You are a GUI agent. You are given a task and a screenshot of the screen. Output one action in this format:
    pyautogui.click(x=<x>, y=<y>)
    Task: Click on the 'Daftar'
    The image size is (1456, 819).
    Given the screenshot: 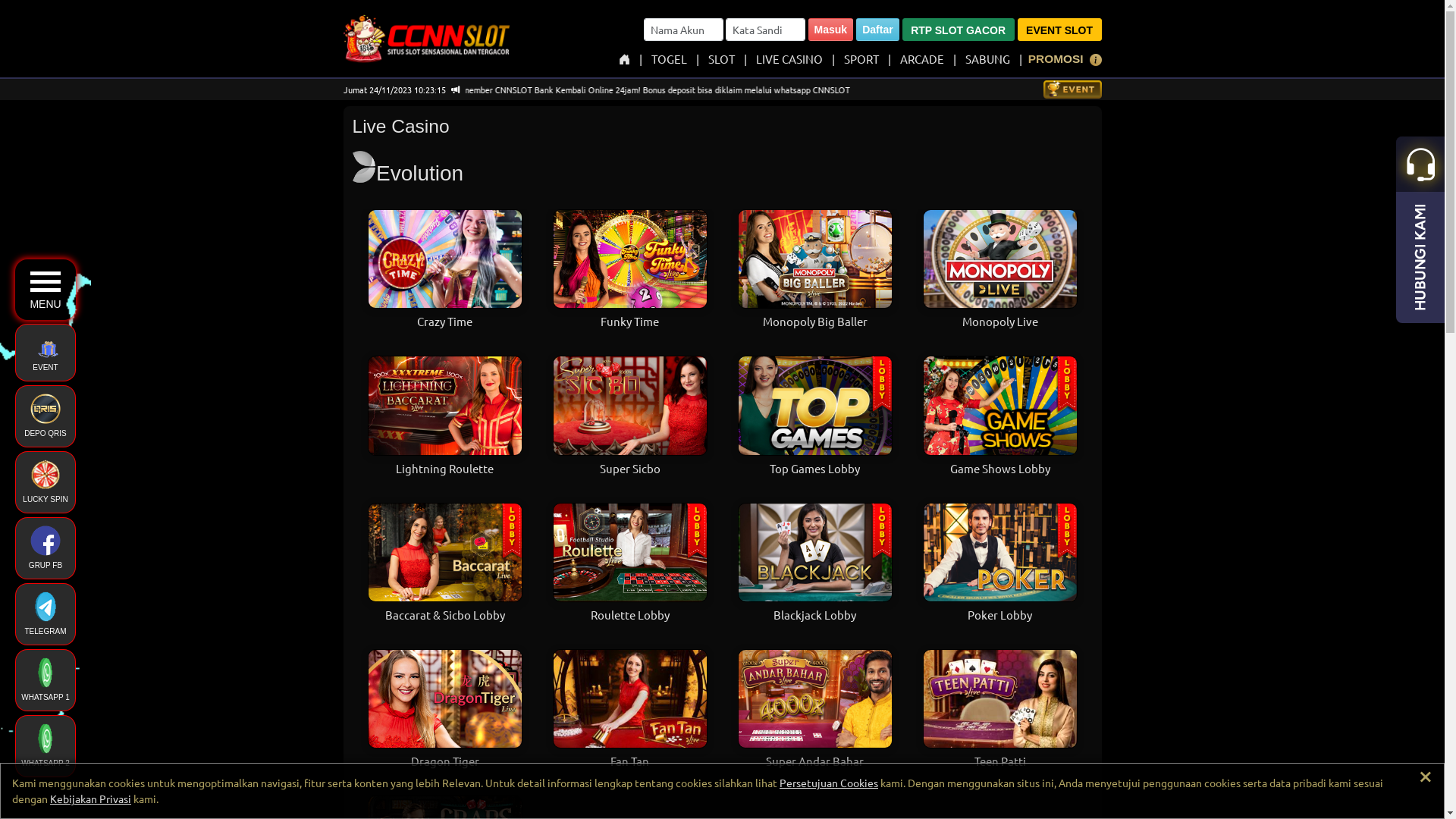 What is the action you would take?
    pyautogui.click(x=877, y=29)
    